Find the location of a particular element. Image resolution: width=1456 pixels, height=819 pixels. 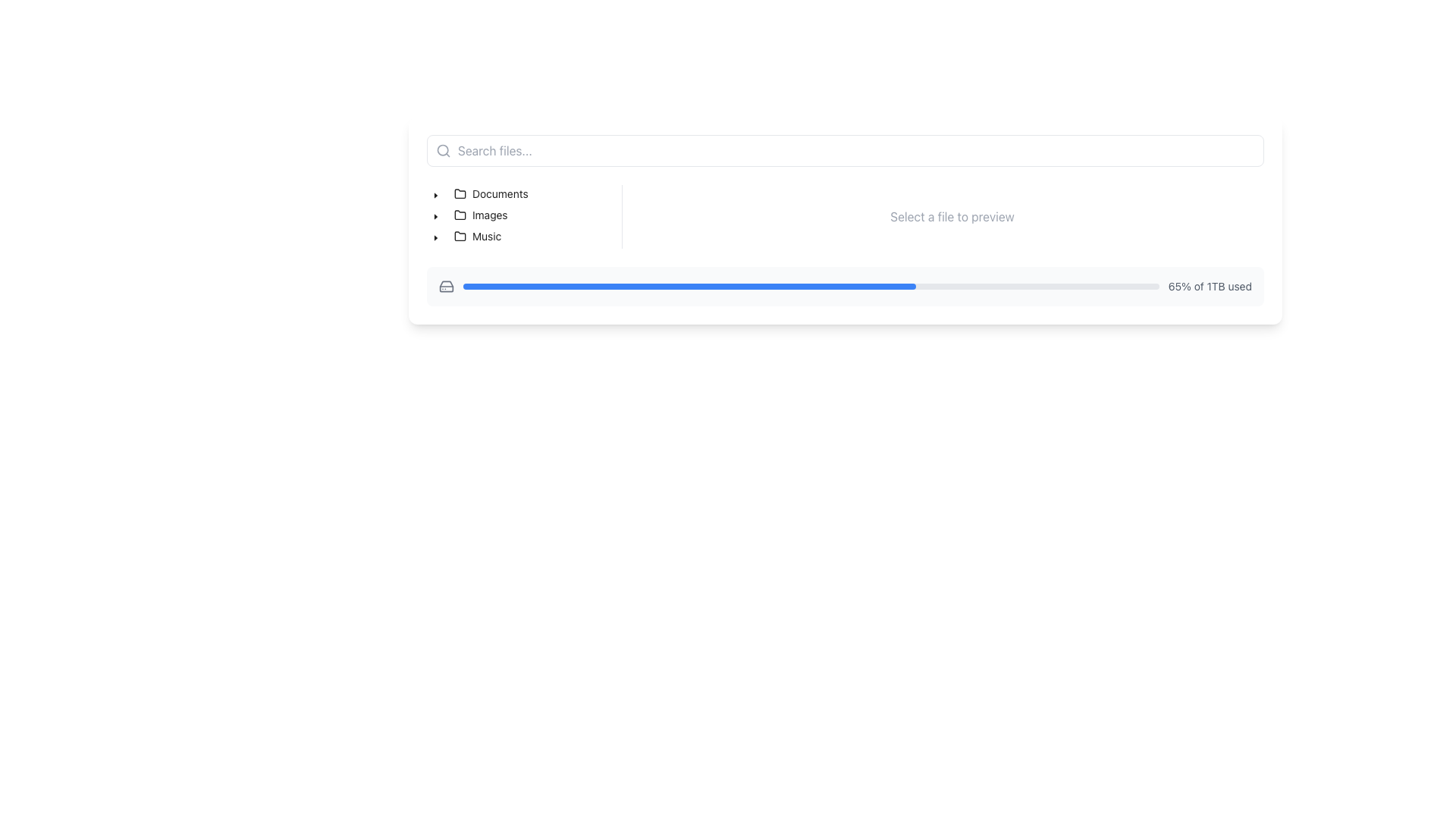

the folder icon located next to the 'Documents' label in the file navigation panel is located at coordinates (459, 192).